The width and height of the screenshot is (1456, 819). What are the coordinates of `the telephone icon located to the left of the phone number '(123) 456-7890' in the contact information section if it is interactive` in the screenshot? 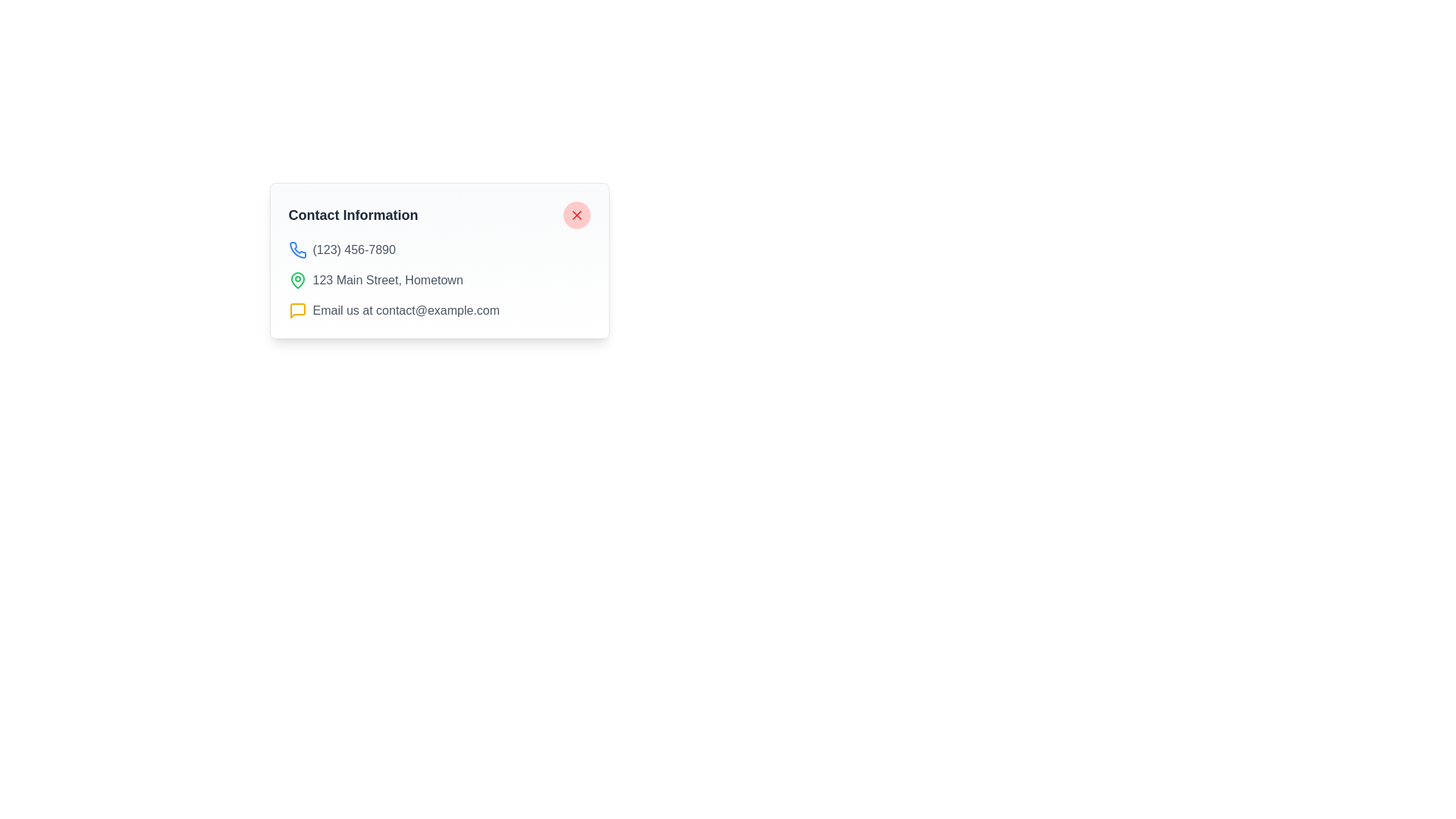 It's located at (297, 249).